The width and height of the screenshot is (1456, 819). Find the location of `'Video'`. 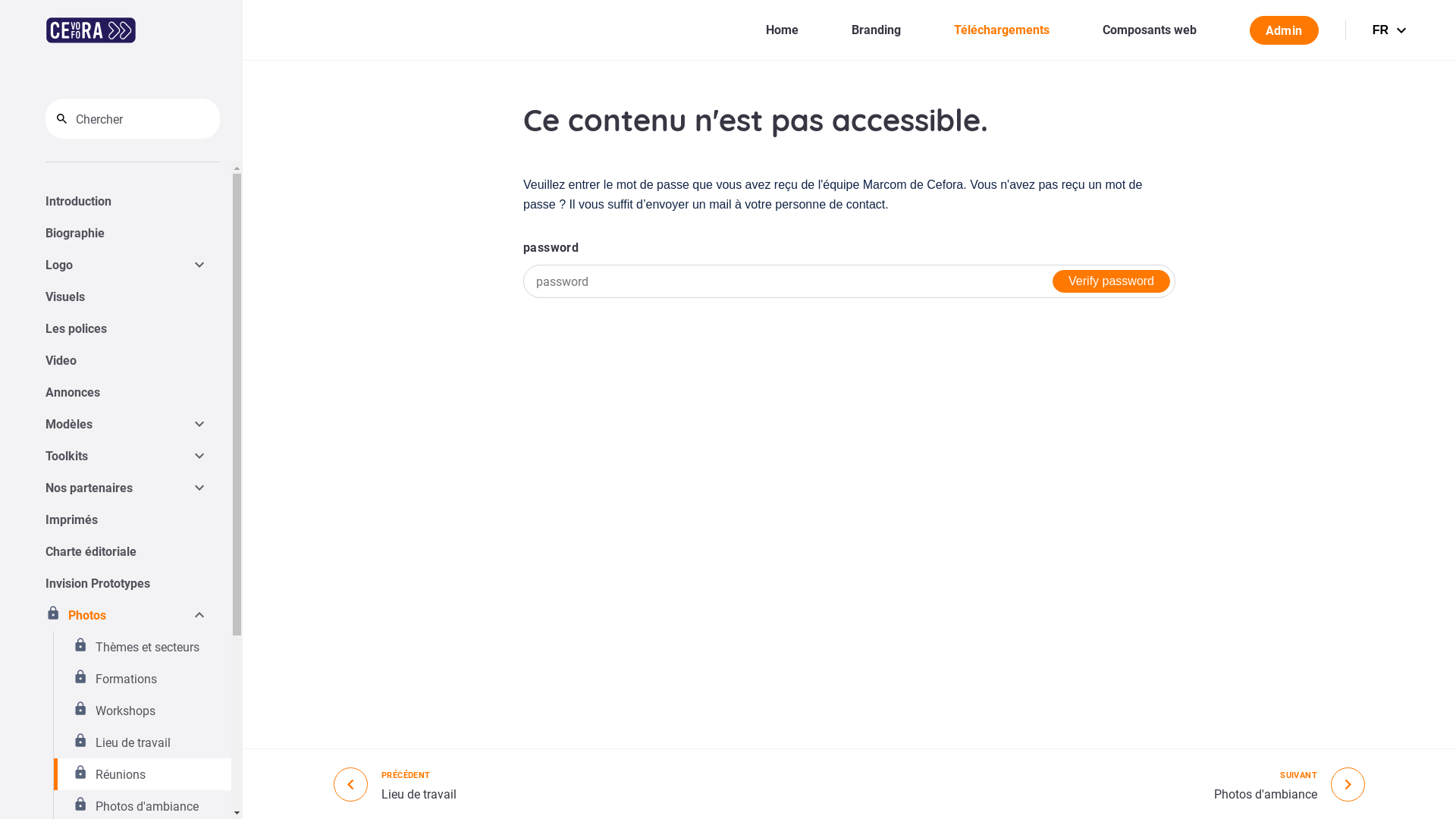

'Video' is located at coordinates (127, 359).